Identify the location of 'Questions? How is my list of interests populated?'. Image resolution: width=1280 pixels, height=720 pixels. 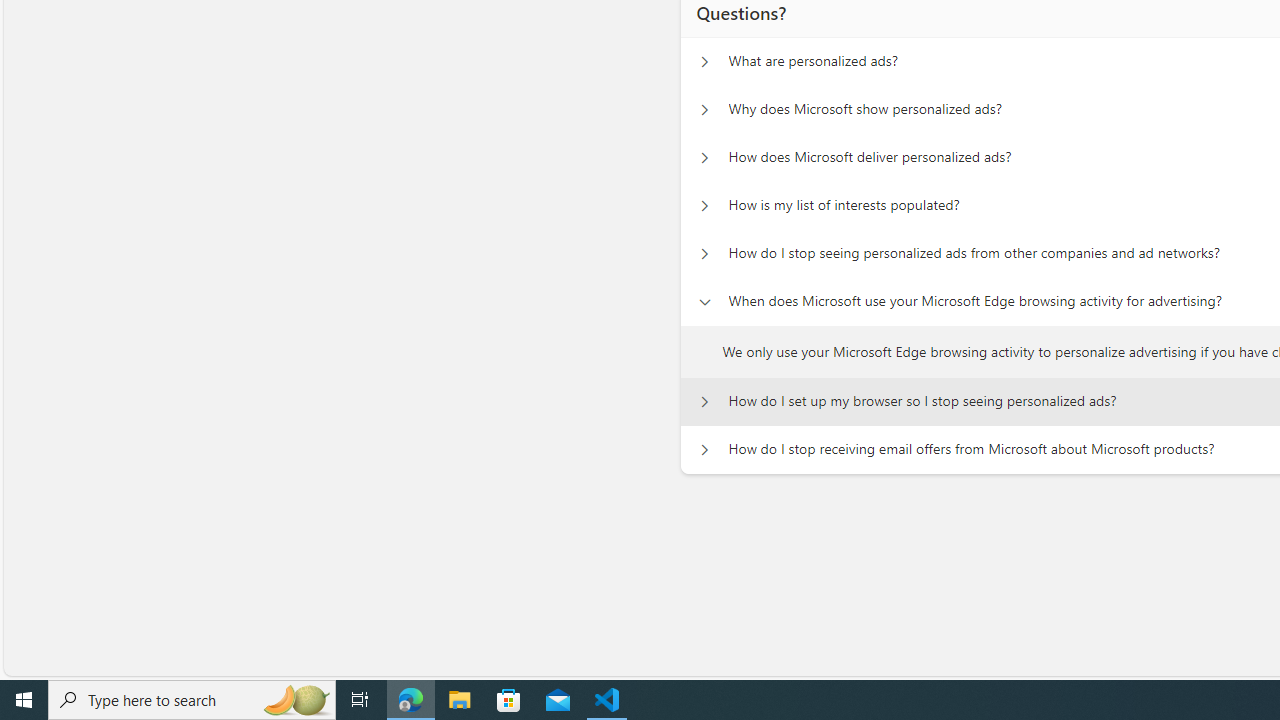
(704, 206).